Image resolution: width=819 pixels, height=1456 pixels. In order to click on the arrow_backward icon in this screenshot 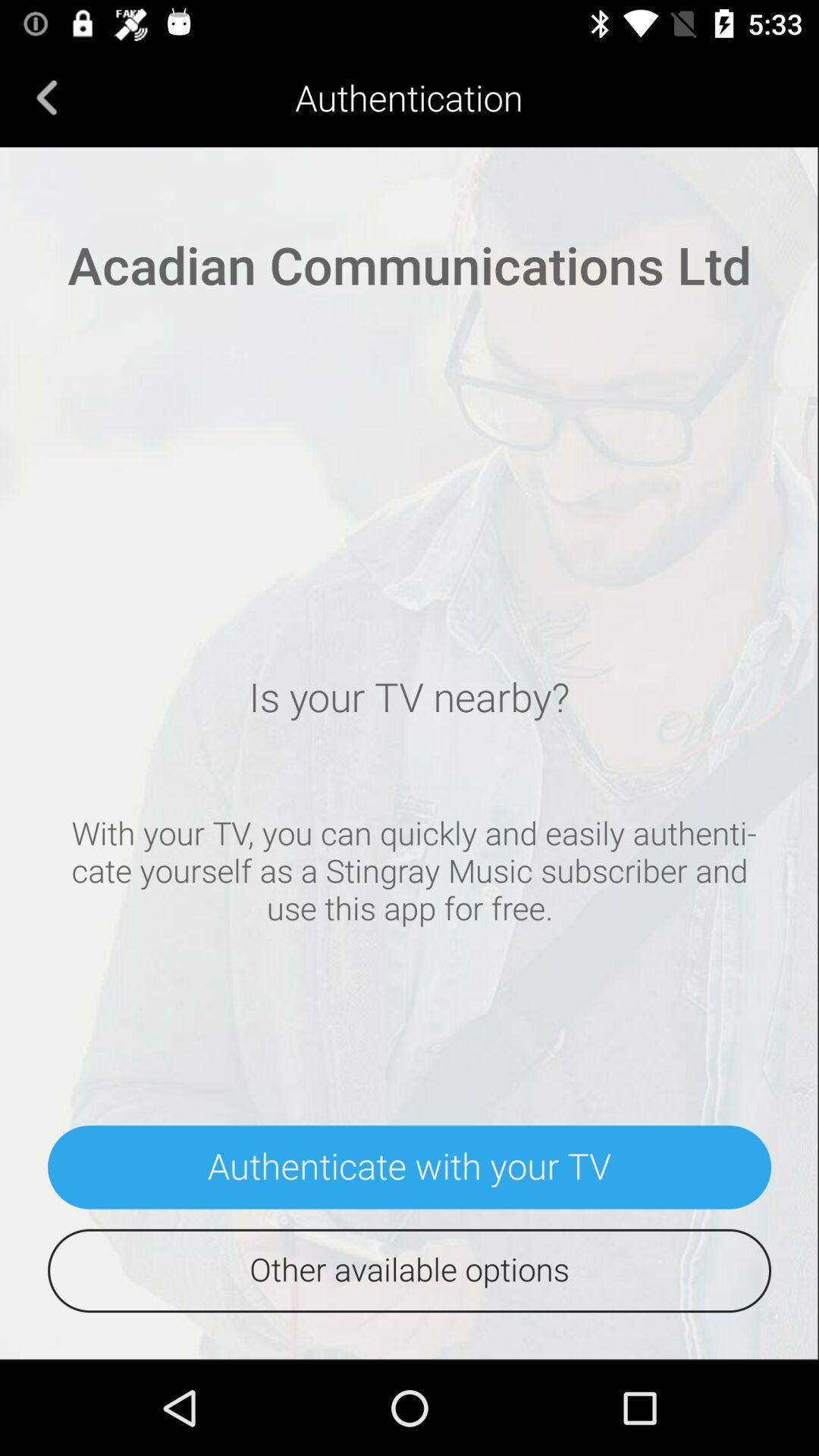, I will do `click(46, 96)`.